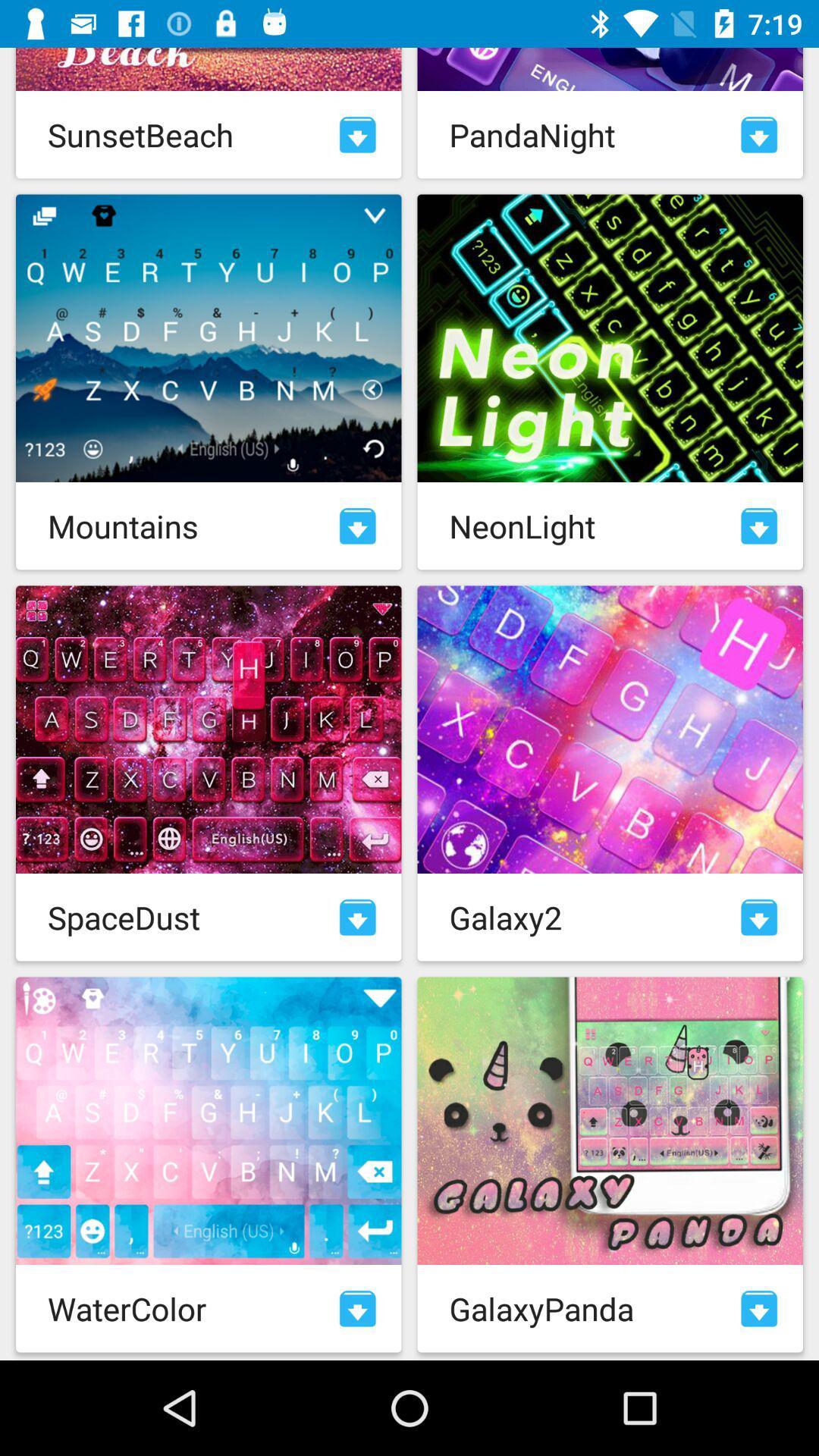 Image resolution: width=819 pixels, height=1456 pixels. I want to click on download neonlight theme, so click(759, 526).